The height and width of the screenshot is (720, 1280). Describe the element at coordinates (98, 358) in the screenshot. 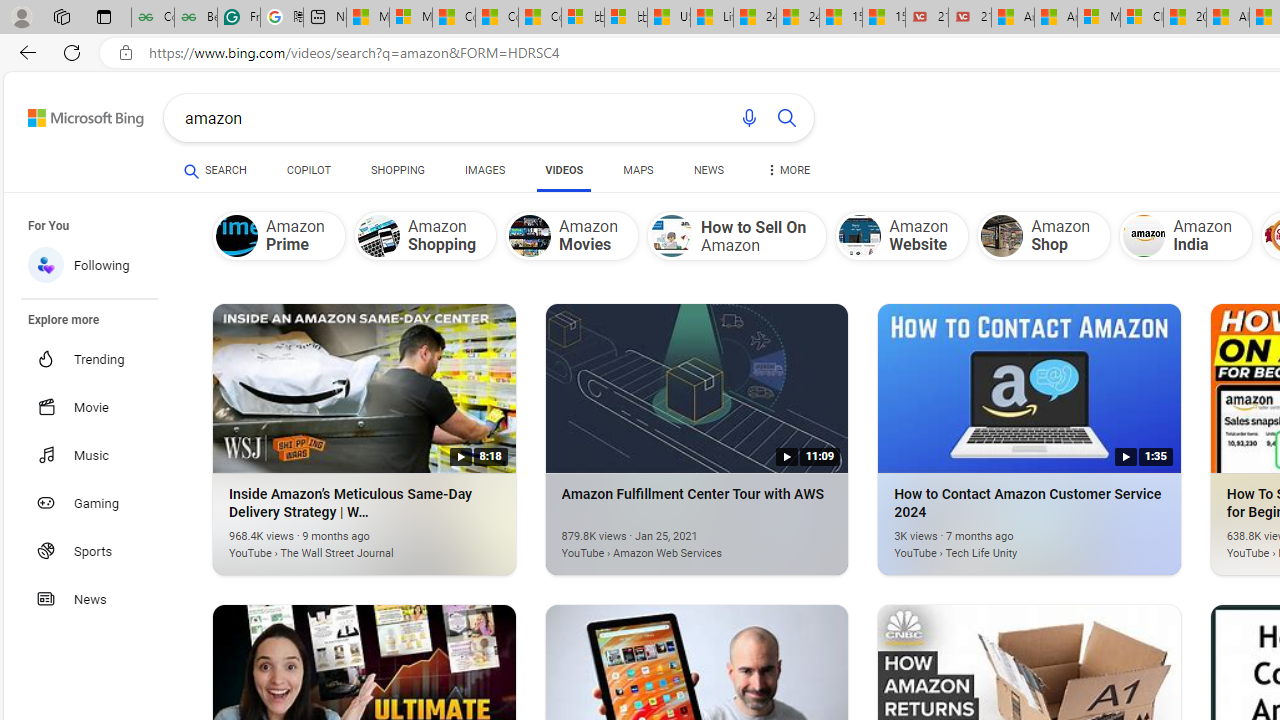

I see `'Trending'` at that location.